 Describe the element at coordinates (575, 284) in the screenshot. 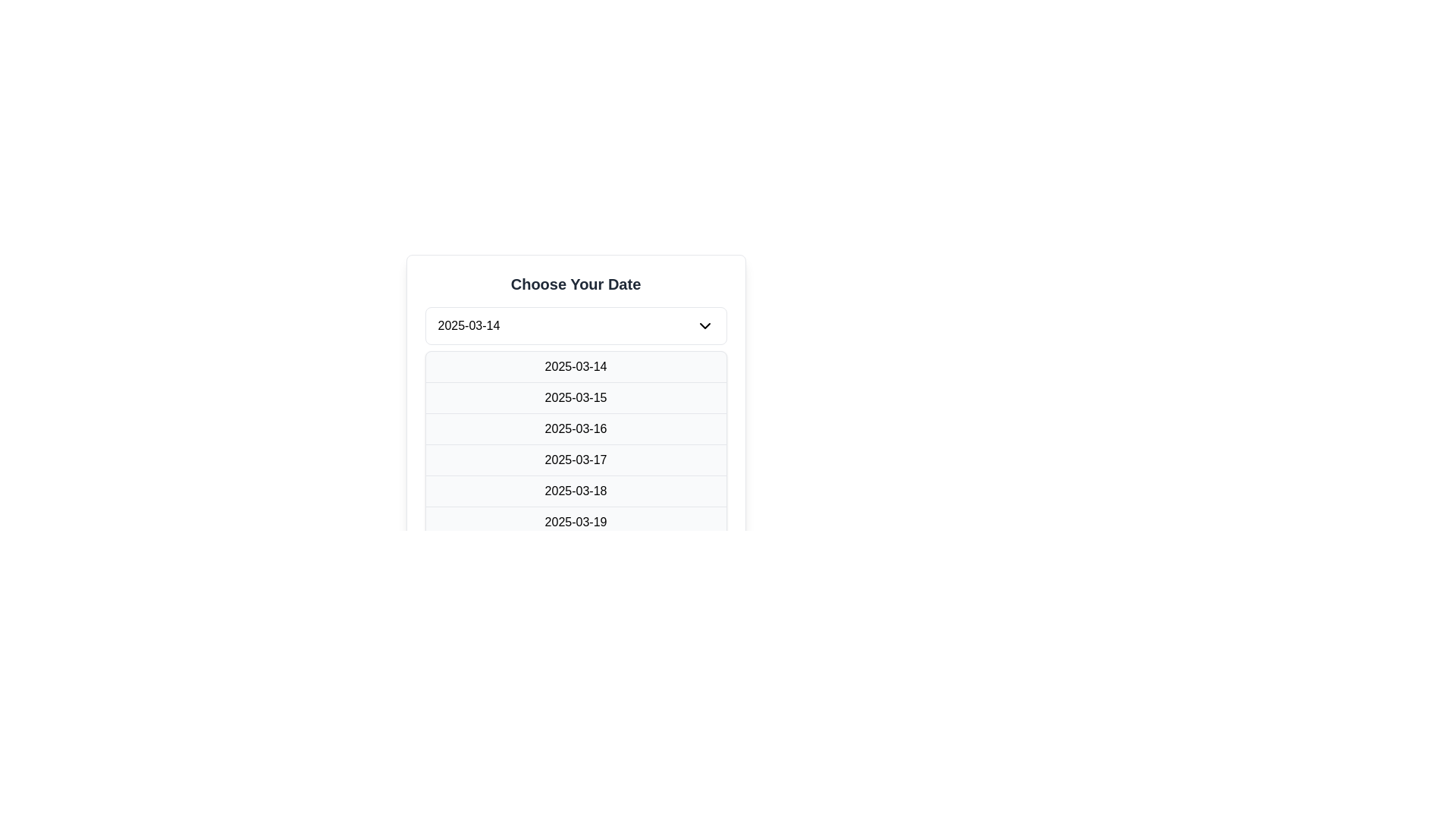

I see `the static text label or heading at the top of the card-like layout that provides context for the date selection content` at that location.